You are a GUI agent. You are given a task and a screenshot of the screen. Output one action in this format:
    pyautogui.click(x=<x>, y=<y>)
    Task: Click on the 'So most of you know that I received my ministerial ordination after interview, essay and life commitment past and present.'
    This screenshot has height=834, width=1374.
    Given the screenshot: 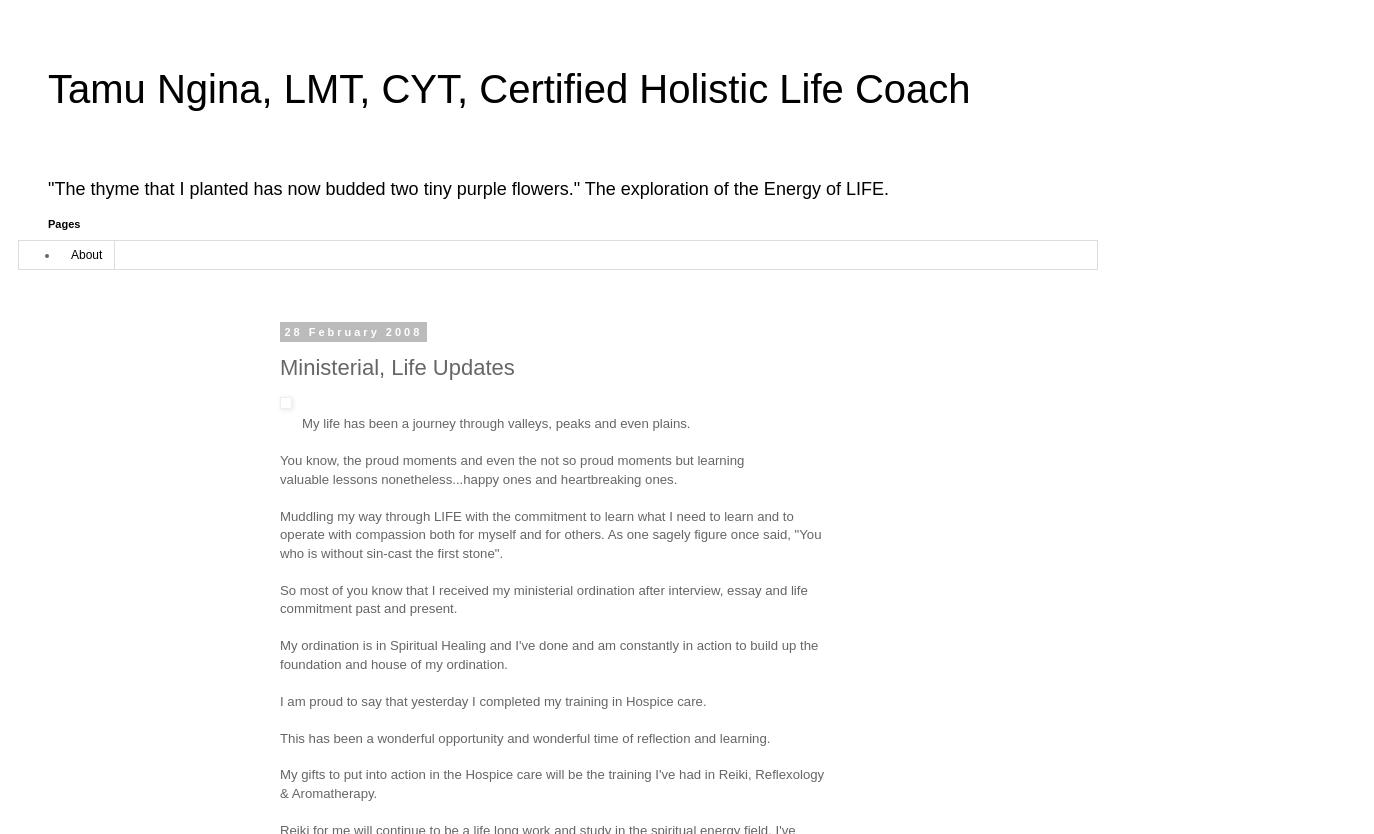 What is the action you would take?
    pyautogui.click(x=543, y=598)
    